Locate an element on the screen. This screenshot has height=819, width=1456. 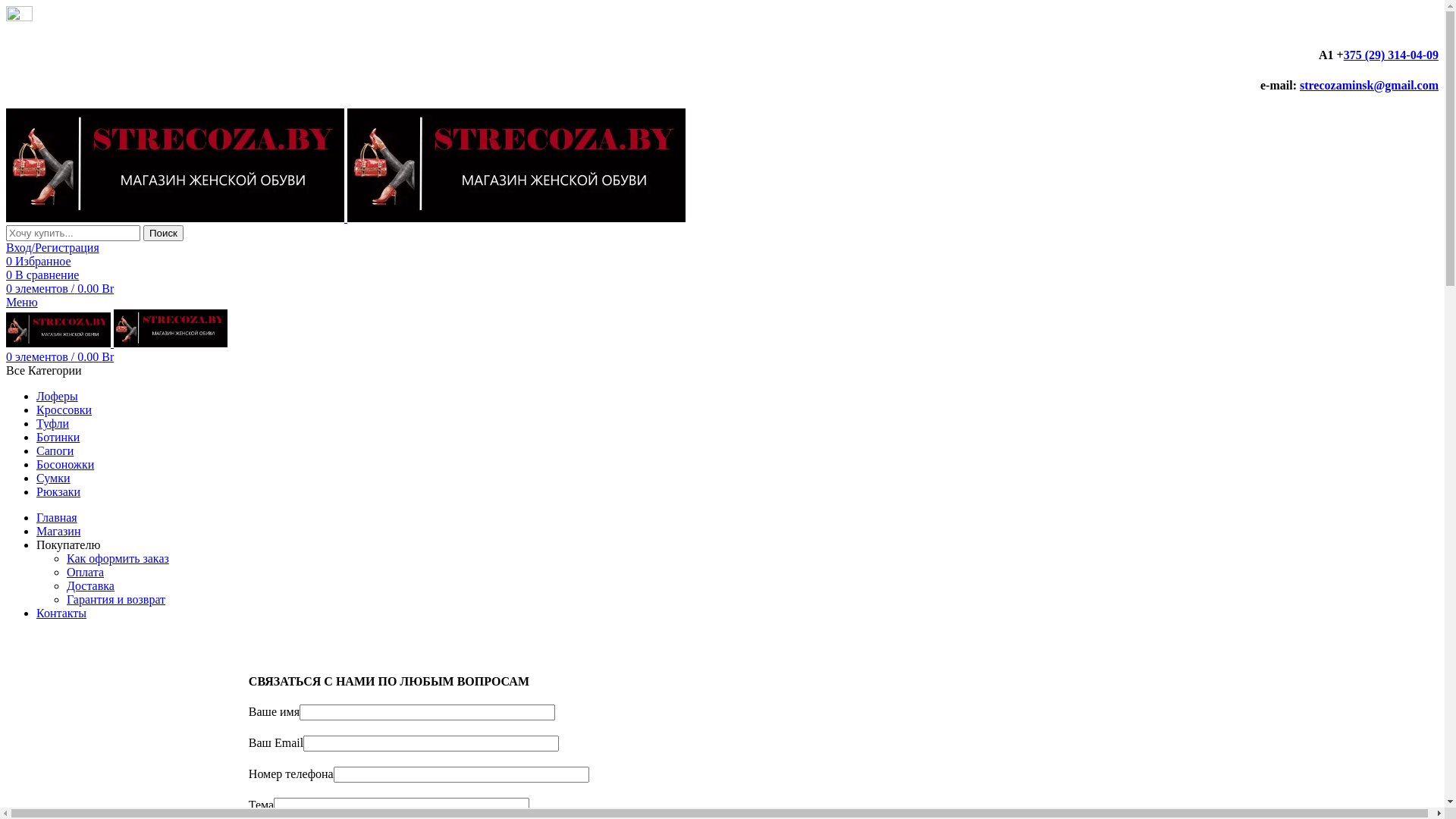
'strecozaminsk@gmail.com' is located at coordinates (1369, 85).